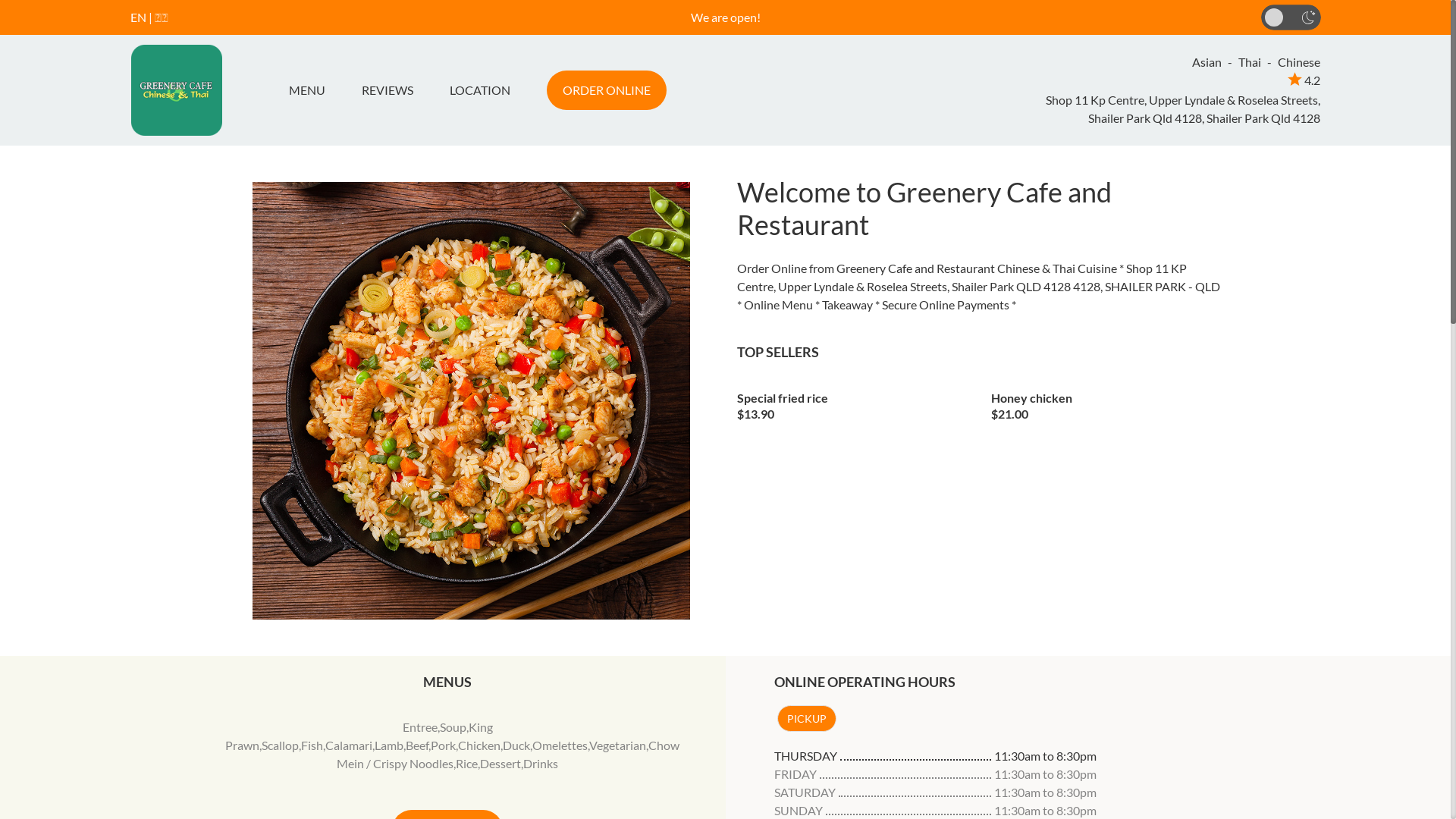 This screenshot has height=819, width=1456. What do you see at coordinates (736, 400) in the screenshot?
I see `'Special fried rice` at bounding box center [736, 400].